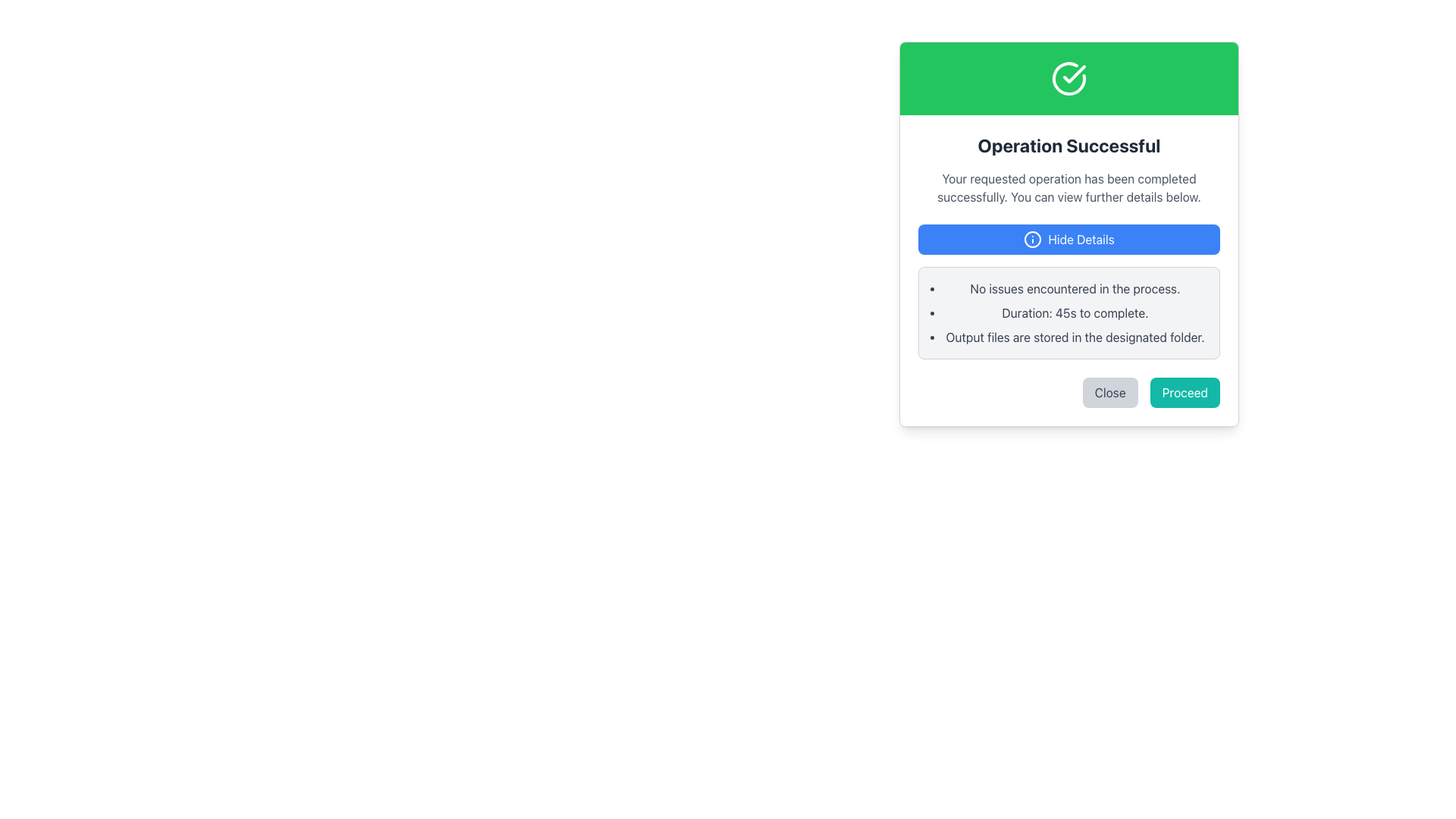 The height and width of the screenshot is (819, 1456). Describe the element at coordinates (1068, 234) in the screenshot. I see `the button located below the success message header that toggles the visibility of the detailed information section` at that location.